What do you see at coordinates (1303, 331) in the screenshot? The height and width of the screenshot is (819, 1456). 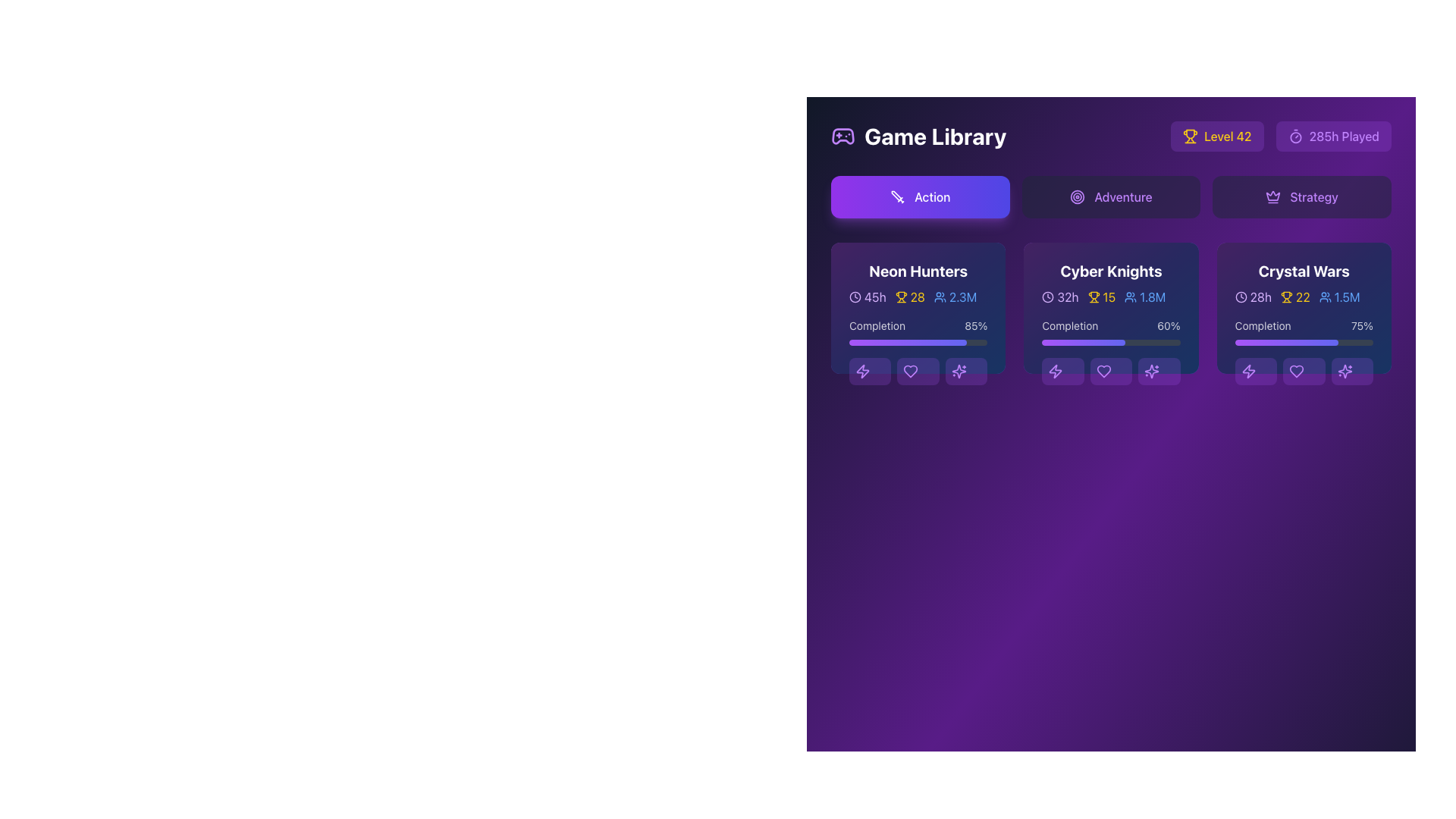 I see `the Progress bar labeled 'Completion' with a value of '75%' located in the 'Crystal Wars' game card` at bounding box center [1303, 331].